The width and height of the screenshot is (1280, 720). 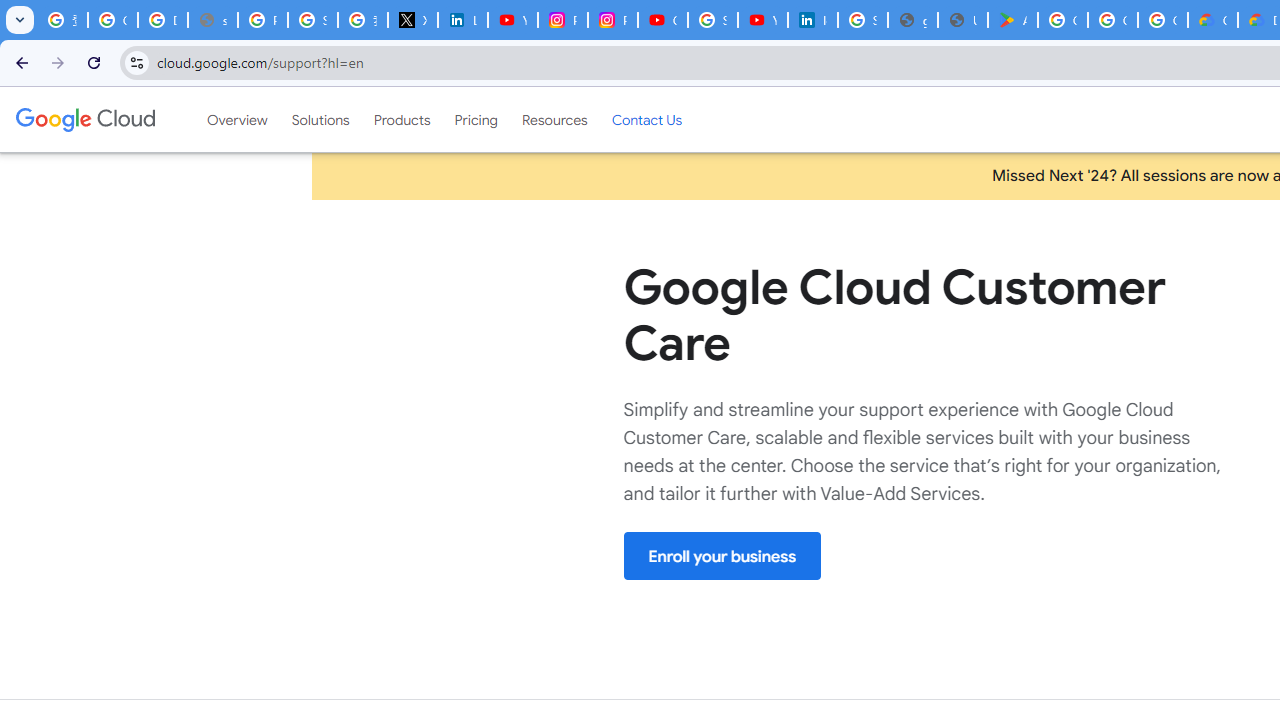 I want to click on 'Google Cloud', so click(x=84, y=119).